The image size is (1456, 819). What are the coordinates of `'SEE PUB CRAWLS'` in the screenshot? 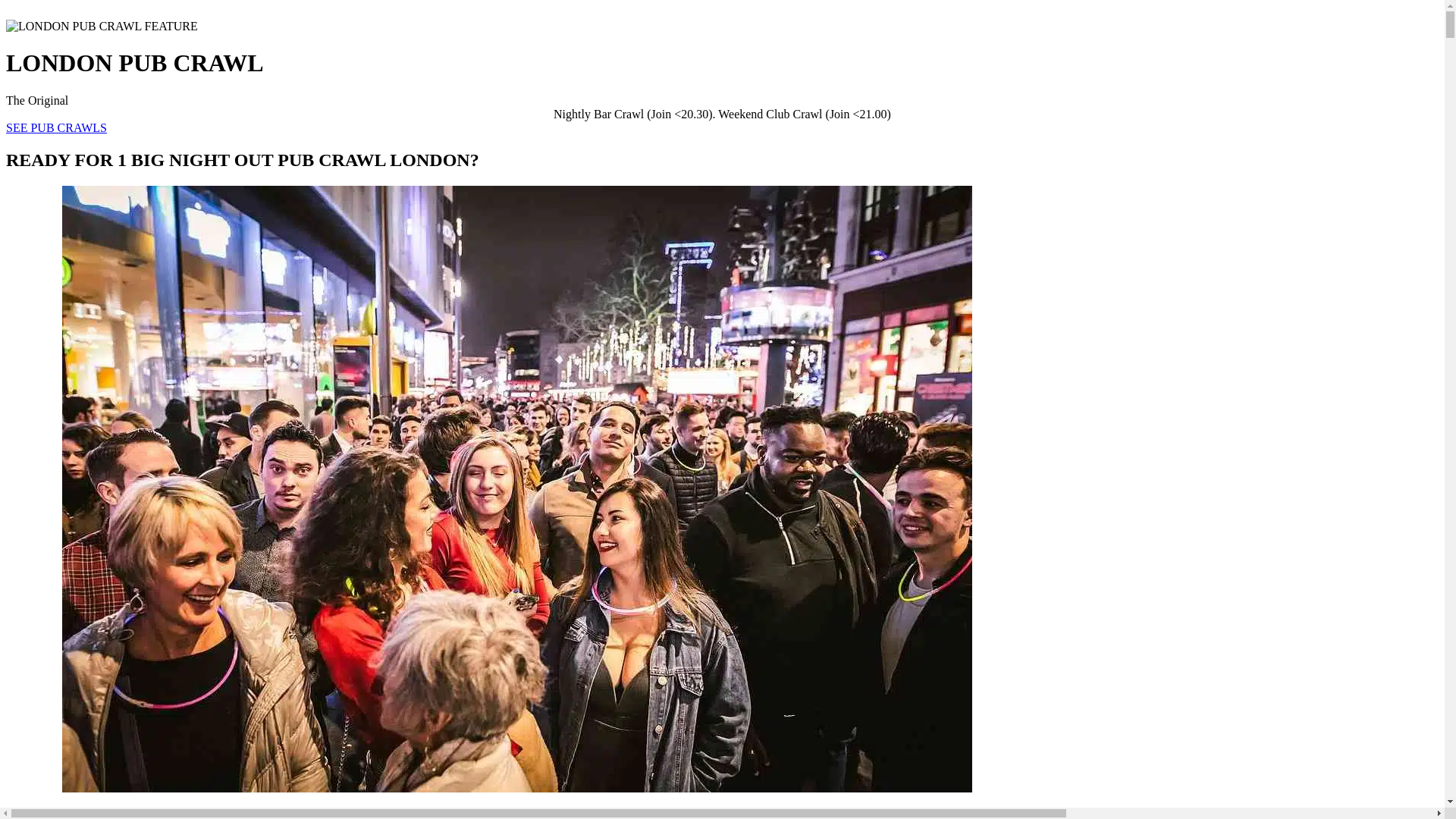 It's located at (56, 127).